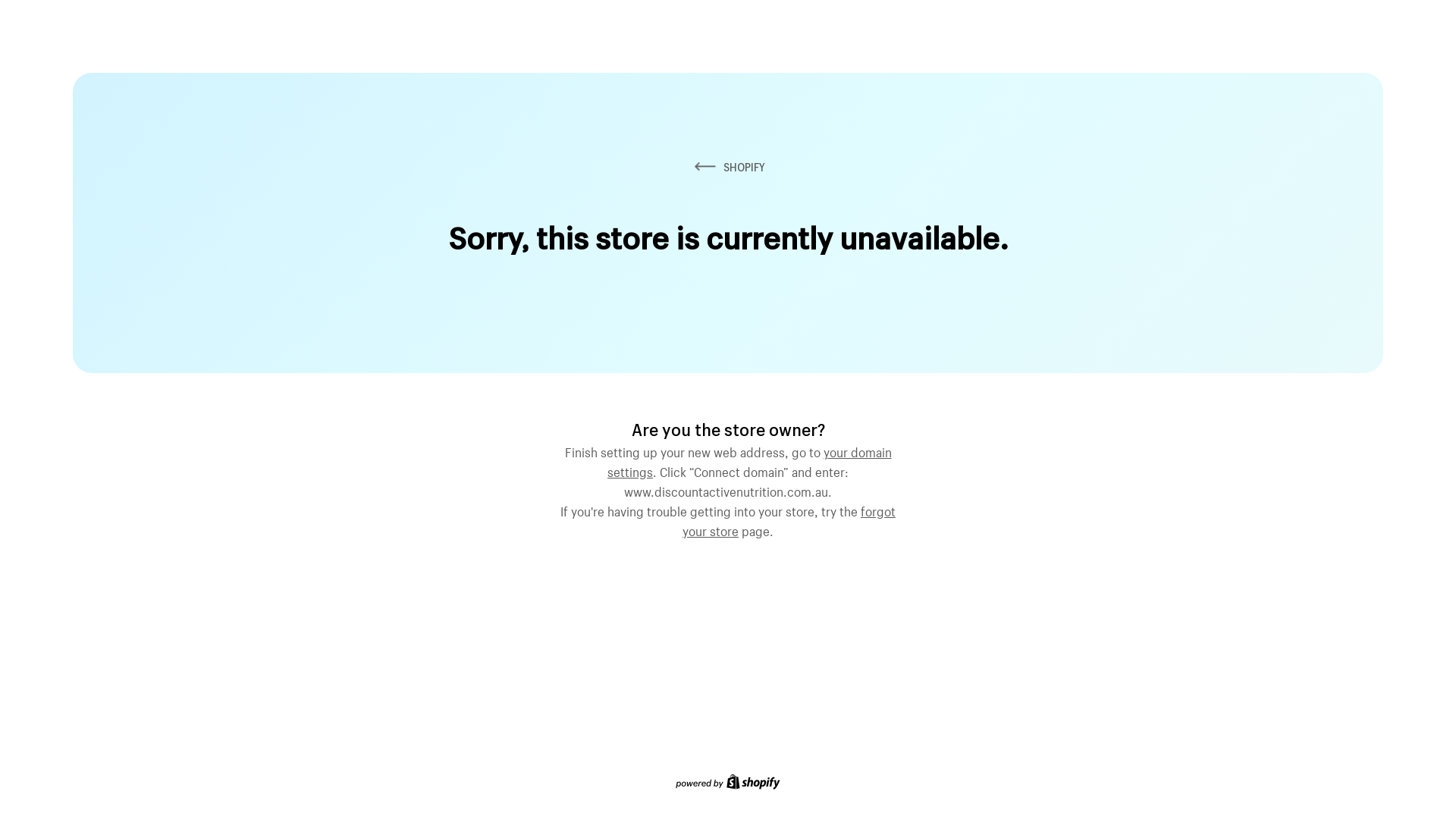 The image size is (1456, 819). Describe the element at coordinates (789, 519) in the screenshot. I see `'forgot your store'` at that location.